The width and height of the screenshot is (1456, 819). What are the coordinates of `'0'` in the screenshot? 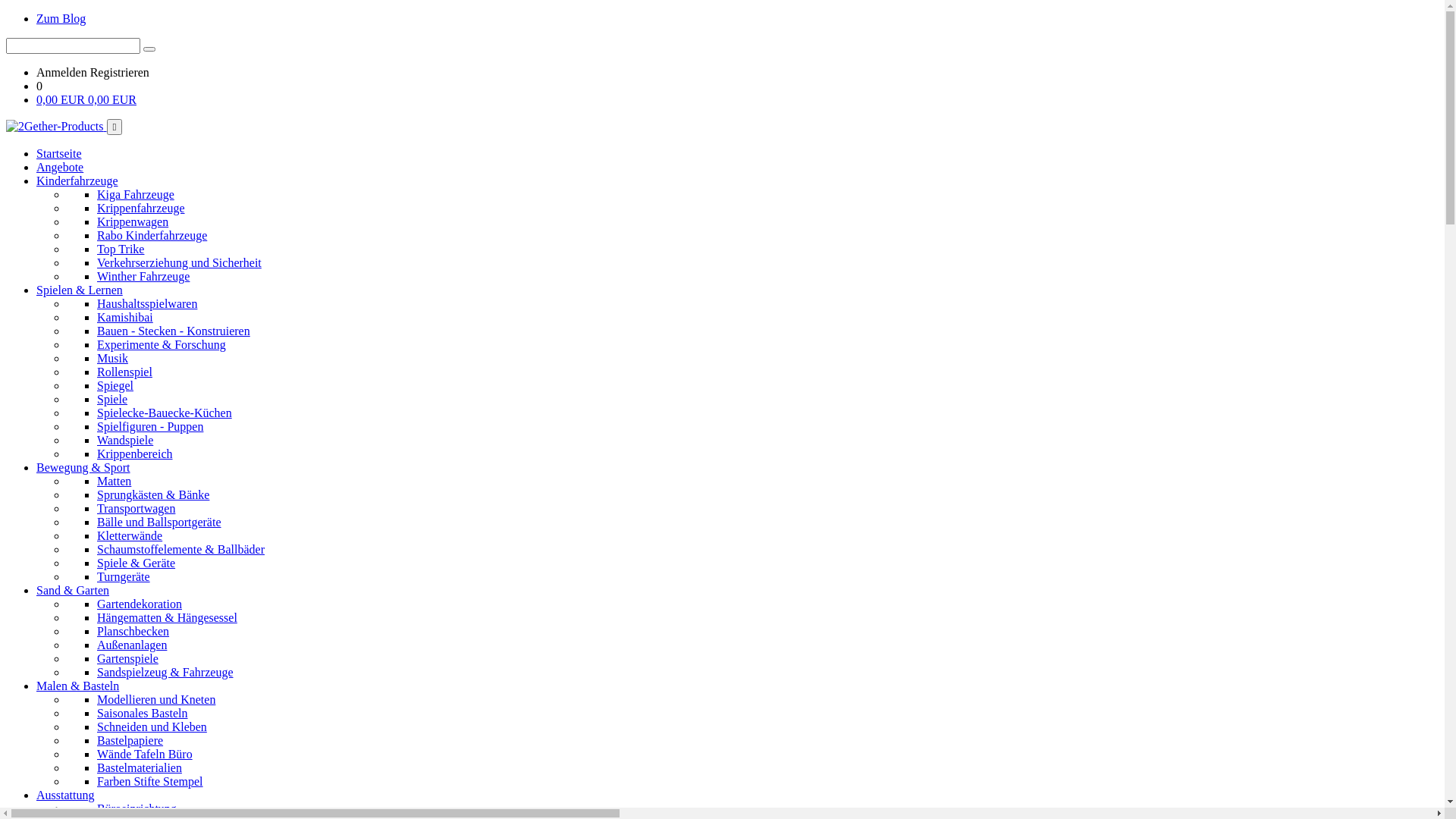 It's located at (39, 86).